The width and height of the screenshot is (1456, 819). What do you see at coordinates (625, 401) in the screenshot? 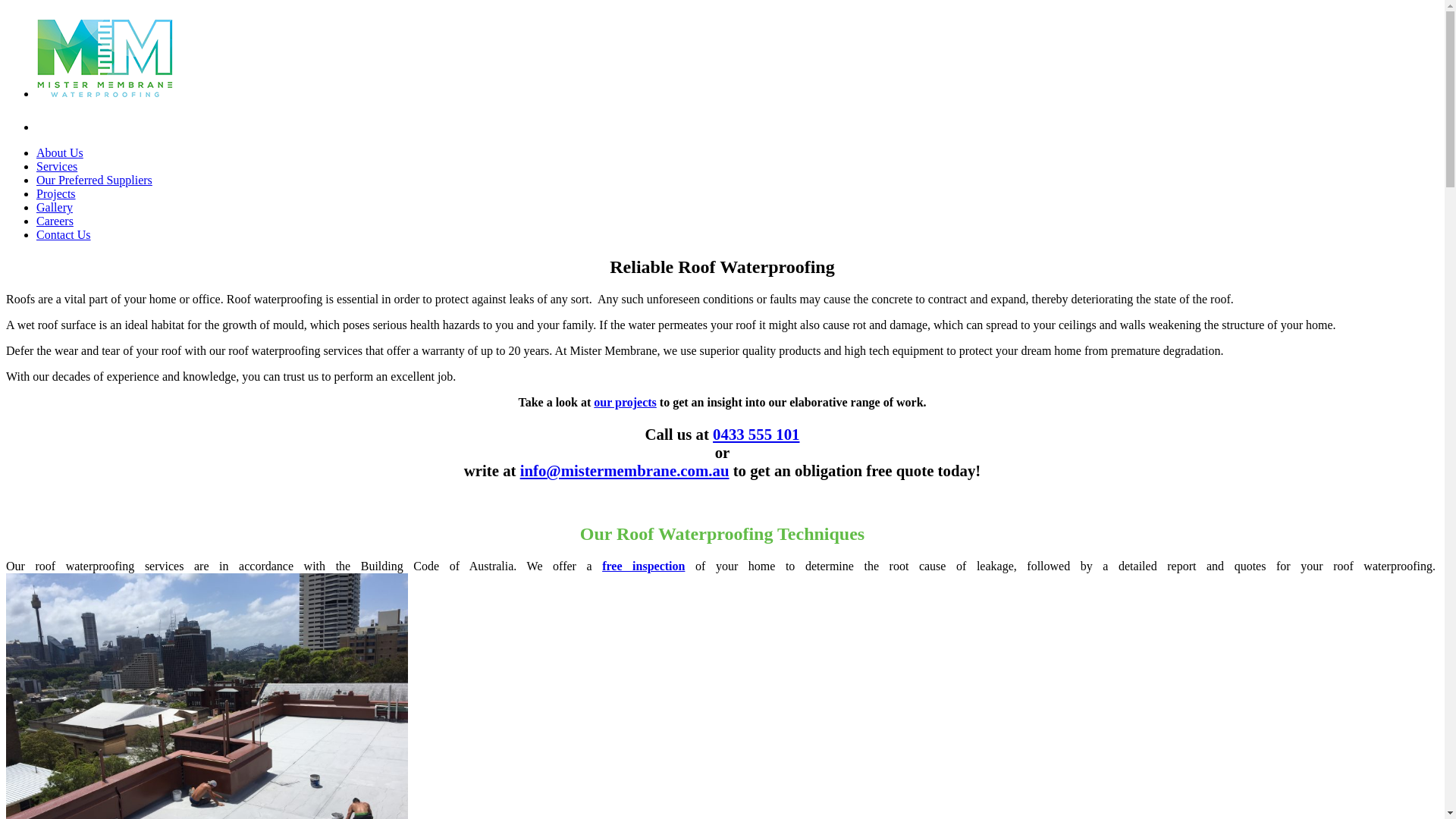
I see `'our projects'` at bounding box center [625, 401].